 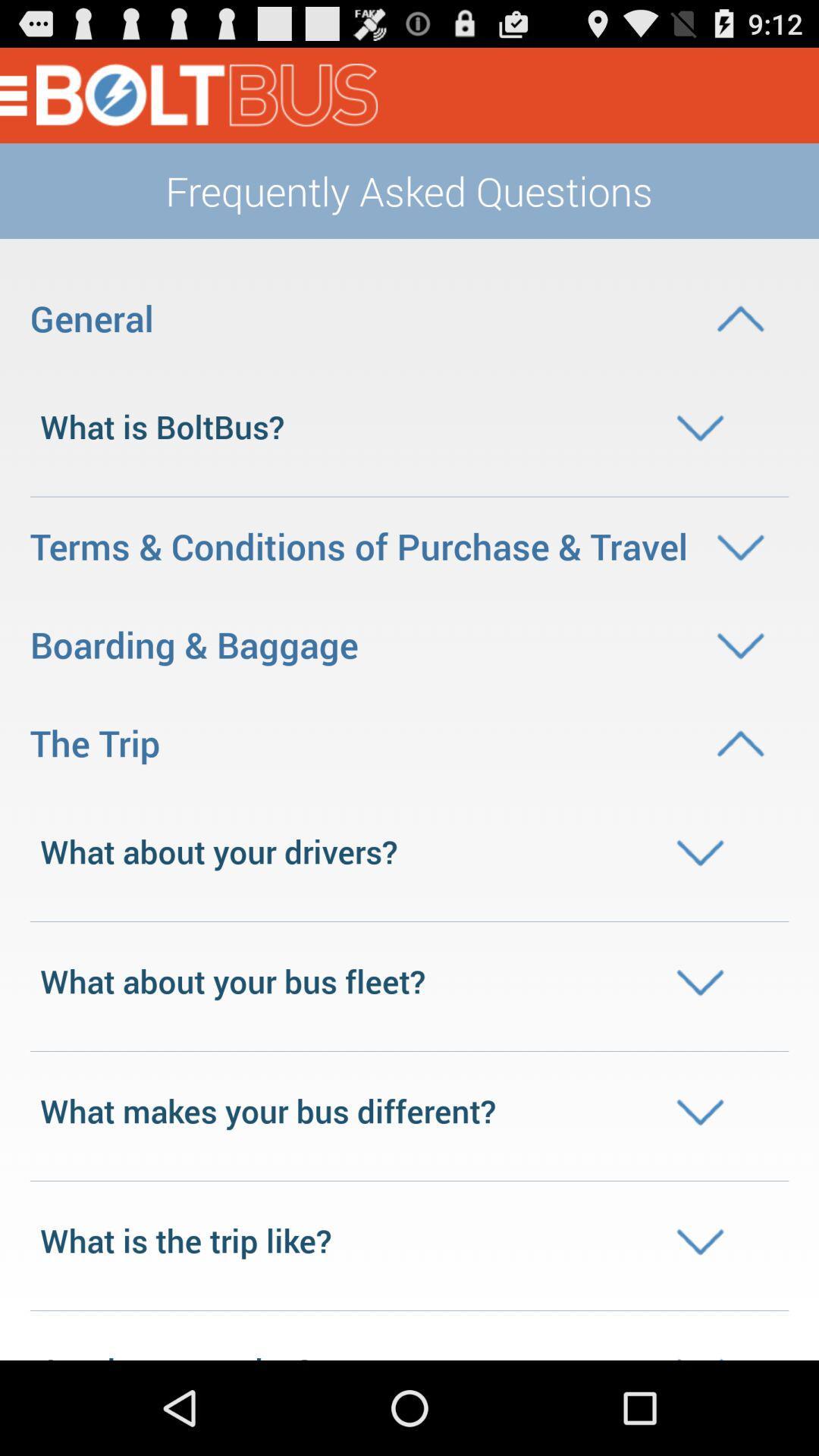 What do you see at coordinates (409, 317) in the screenshot?
I see `the text general` at bounding box center [409, 317].